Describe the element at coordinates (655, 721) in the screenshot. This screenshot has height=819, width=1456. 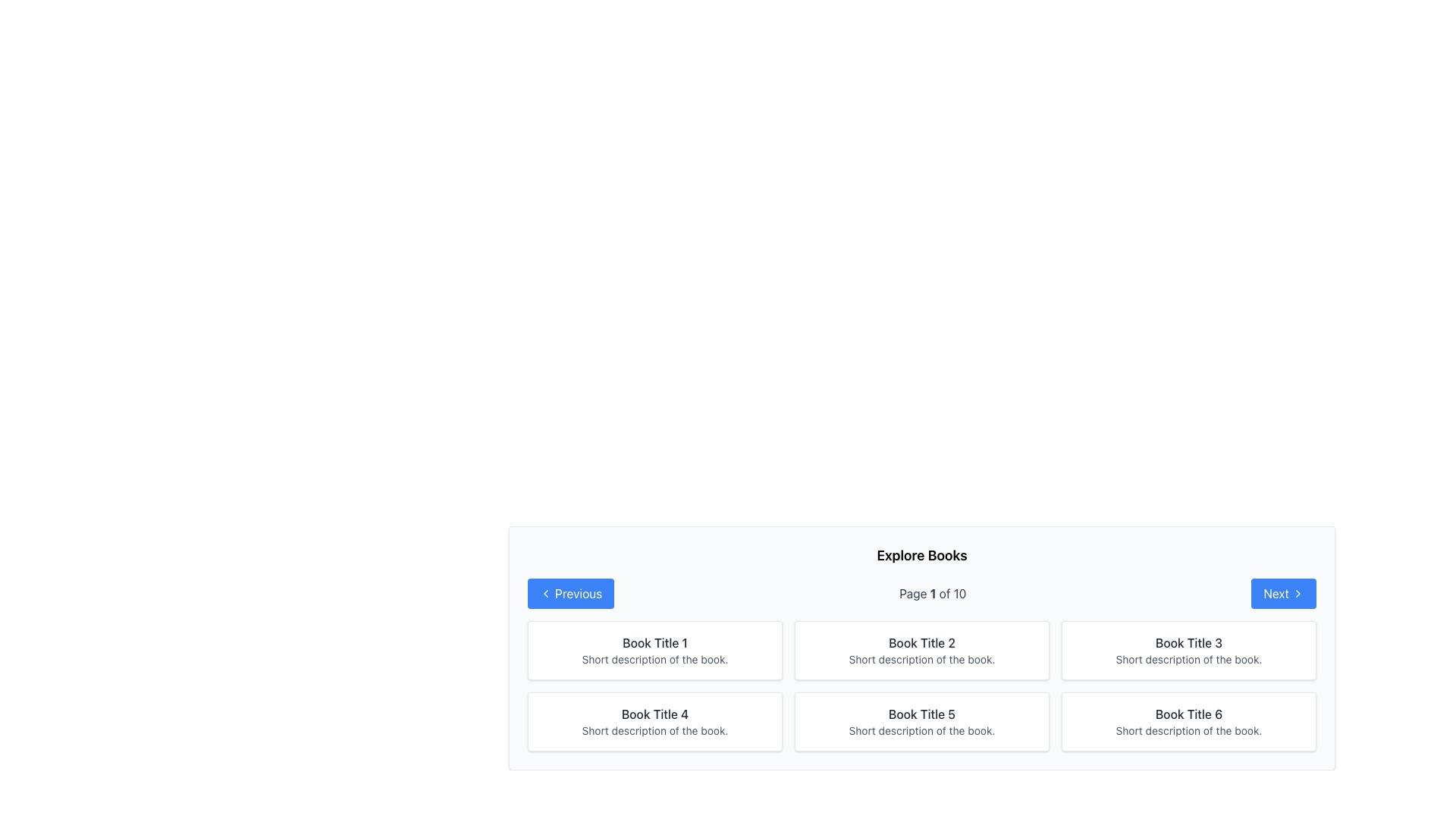
I see `the Card component displaying a book preview located in the fourth column of the second row of the grid layout, positioned below the 'Explore Books' header` at that location.